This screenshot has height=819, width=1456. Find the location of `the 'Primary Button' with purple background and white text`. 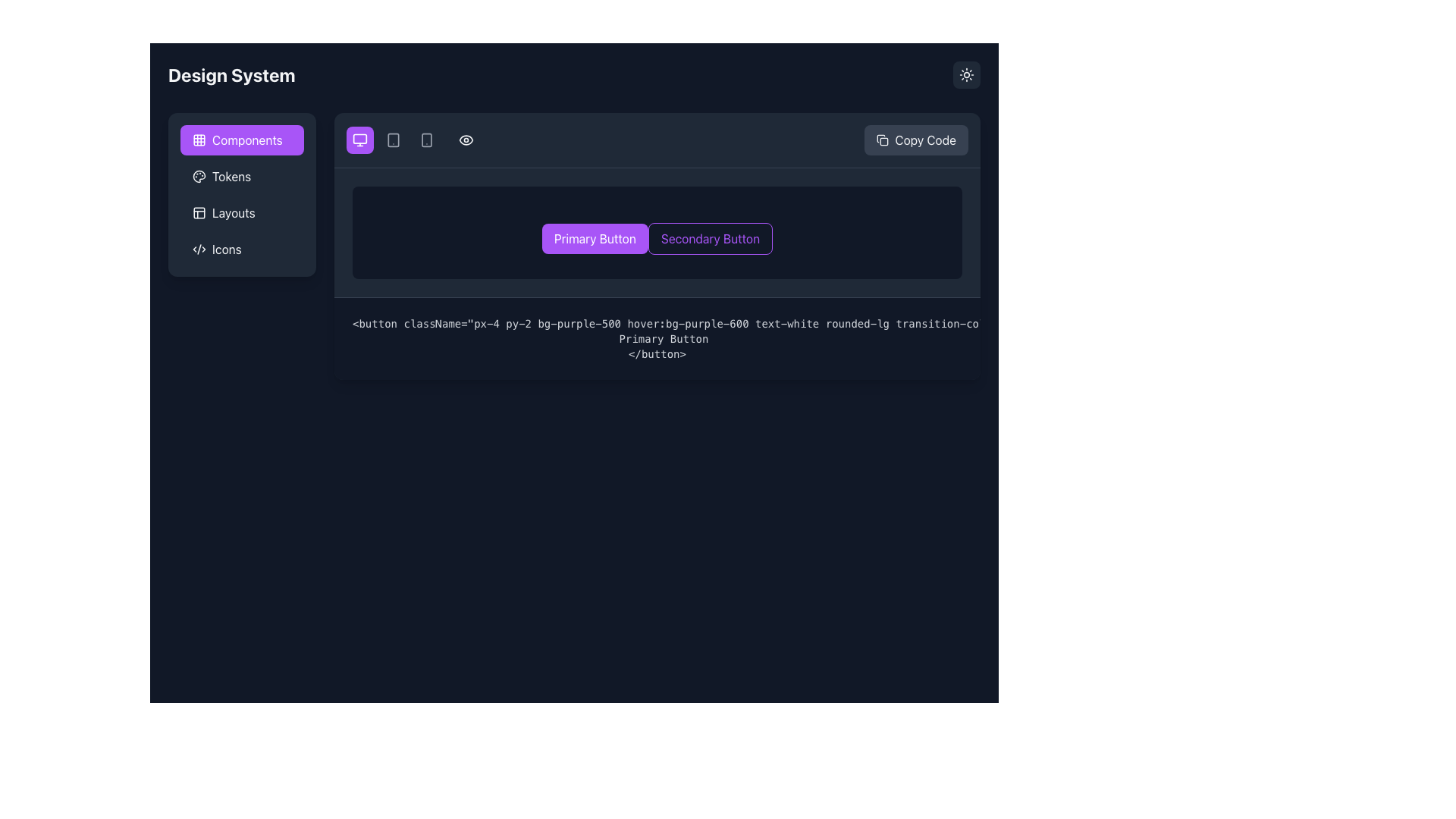

the 'Primary Button' with purple background and white text is located at coordinates (594, 239).